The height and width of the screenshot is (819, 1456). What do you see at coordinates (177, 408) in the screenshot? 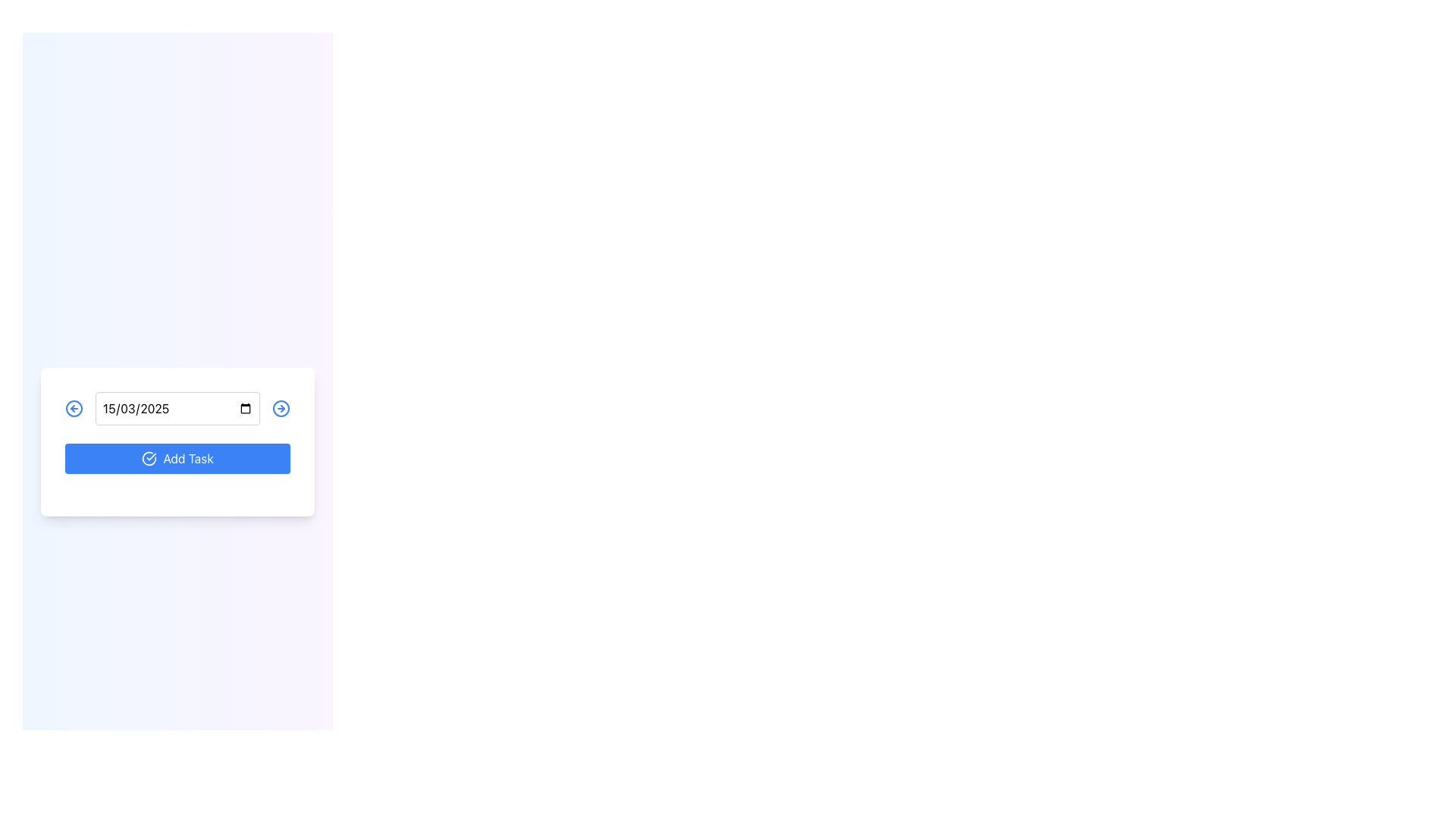
I see `the date input field displaying '15/03/2025'` at bounding box center [177, 408].